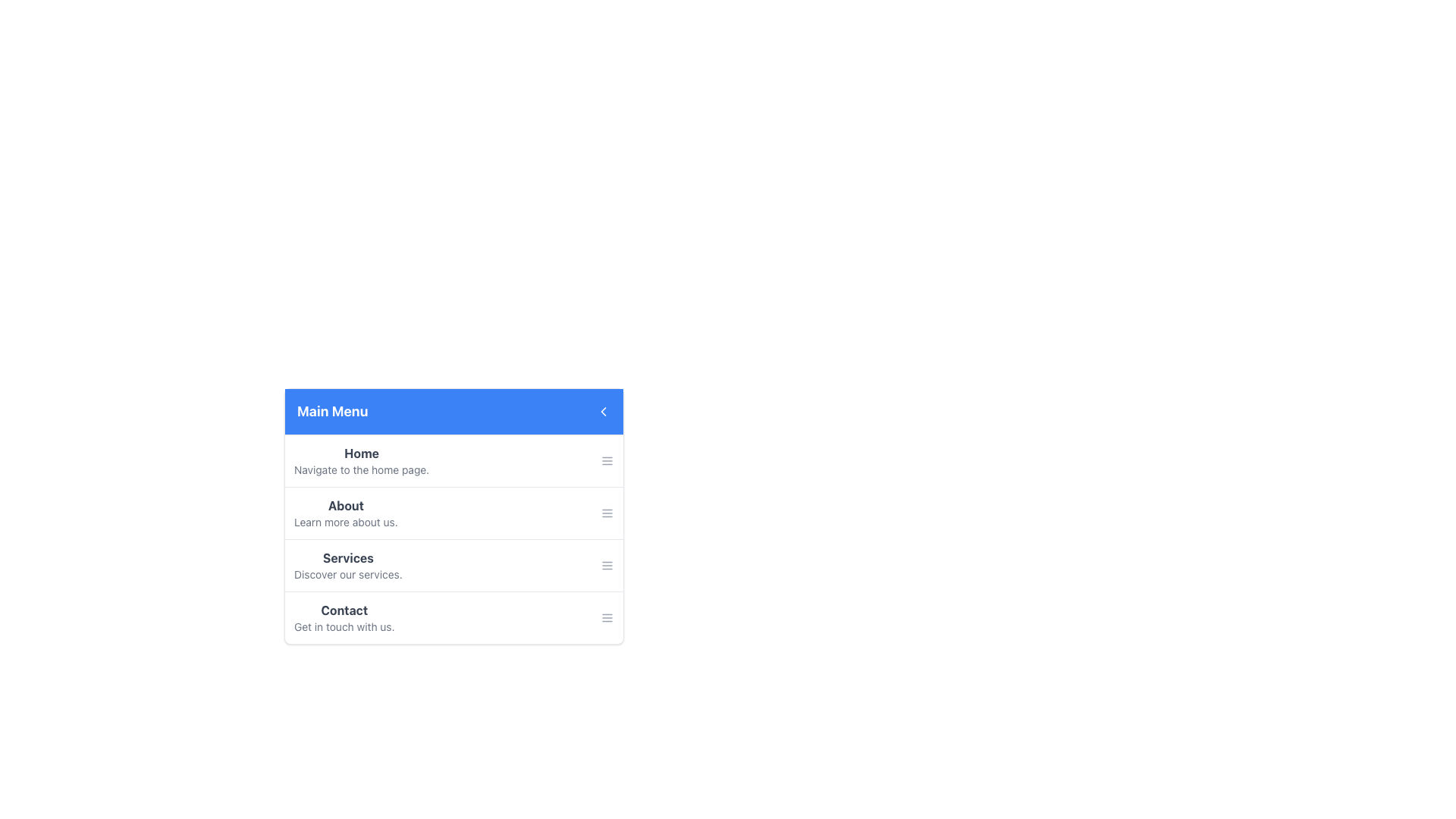 The width and height of the screenshot is (1456, 819). What do you see at coordinates (347, 558) in the screenshot?
I see `the bolded text label 'Services' styled in dark gray within a list-focused interface, which is the third element in a vertically stacked list` at bounding box center [347, 558].